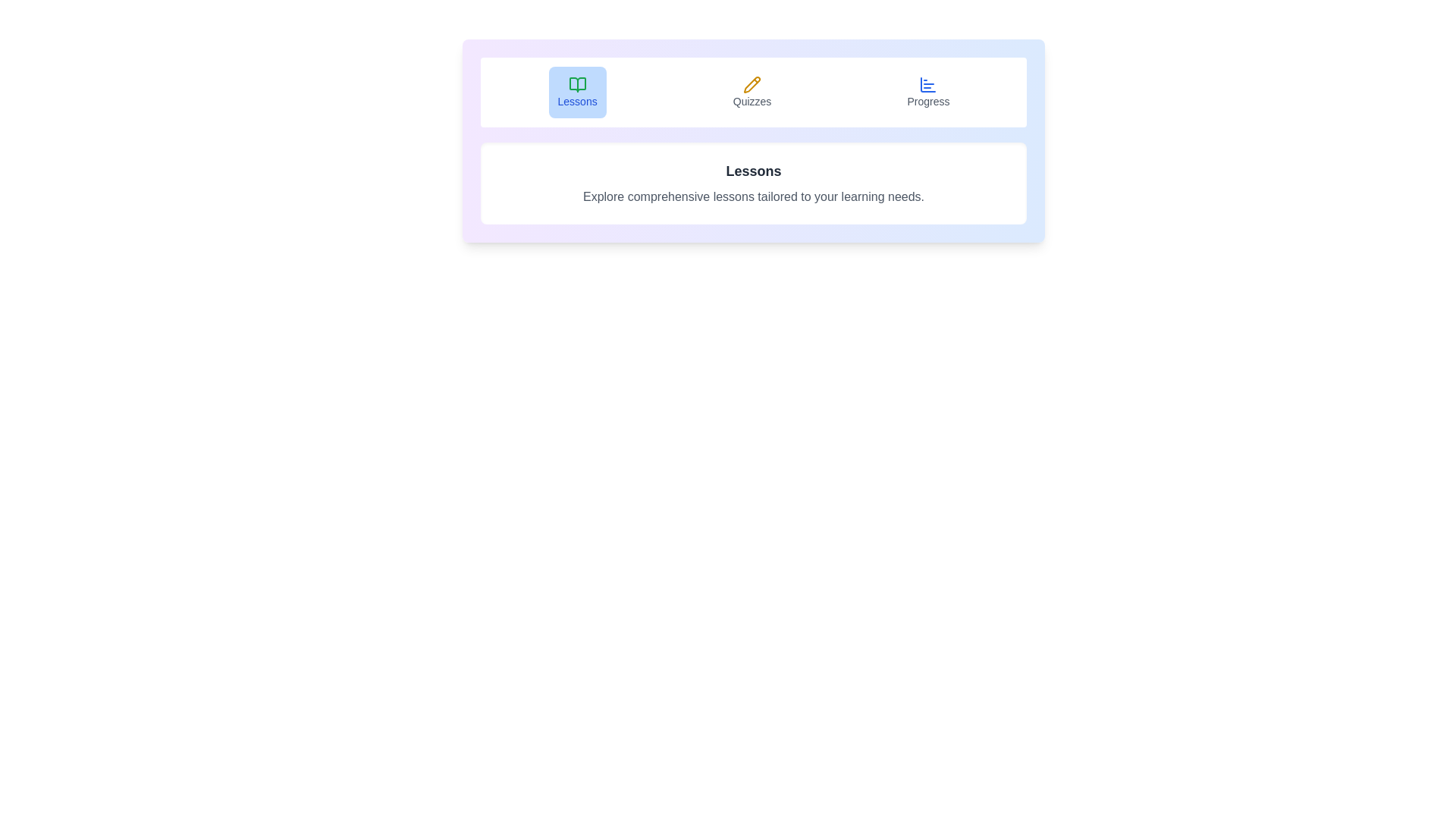 The height and width of the screenshot is (819, 1456). Describe the element at coordinates (576, 93) in the screenshot. I see `the Lessons tab by clicking on its button` at that location.